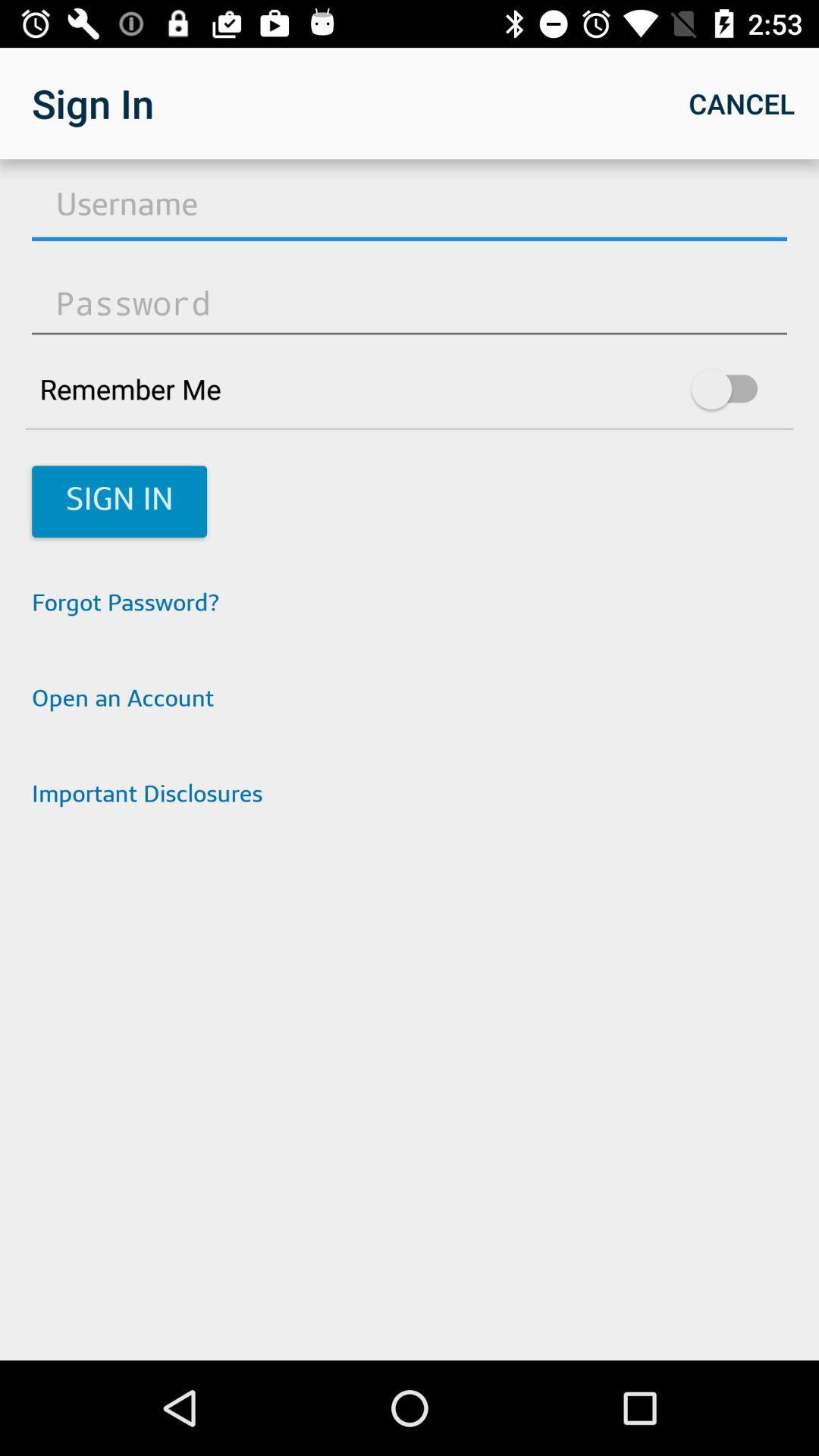  Describe the element at coordinates (741, 102) in the screenshot. I see `app next to sign in icon` at that location.